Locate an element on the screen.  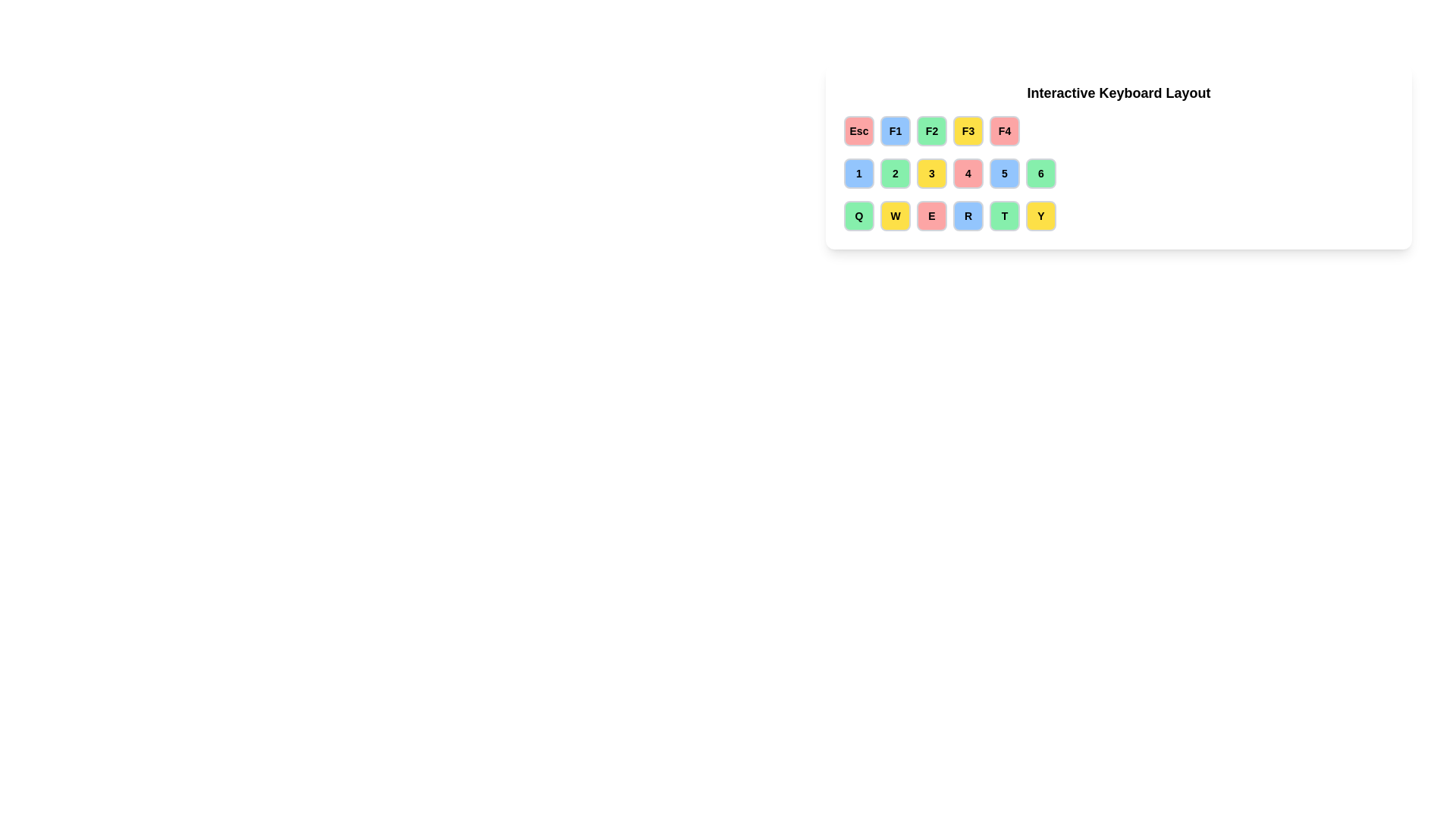
the Label element that is a square box with a yellow background and gray border, containing the letter 'Y' in bold, centered text, located at the bottom-right corner of the visible grid is located at coordinates (1040, 216).